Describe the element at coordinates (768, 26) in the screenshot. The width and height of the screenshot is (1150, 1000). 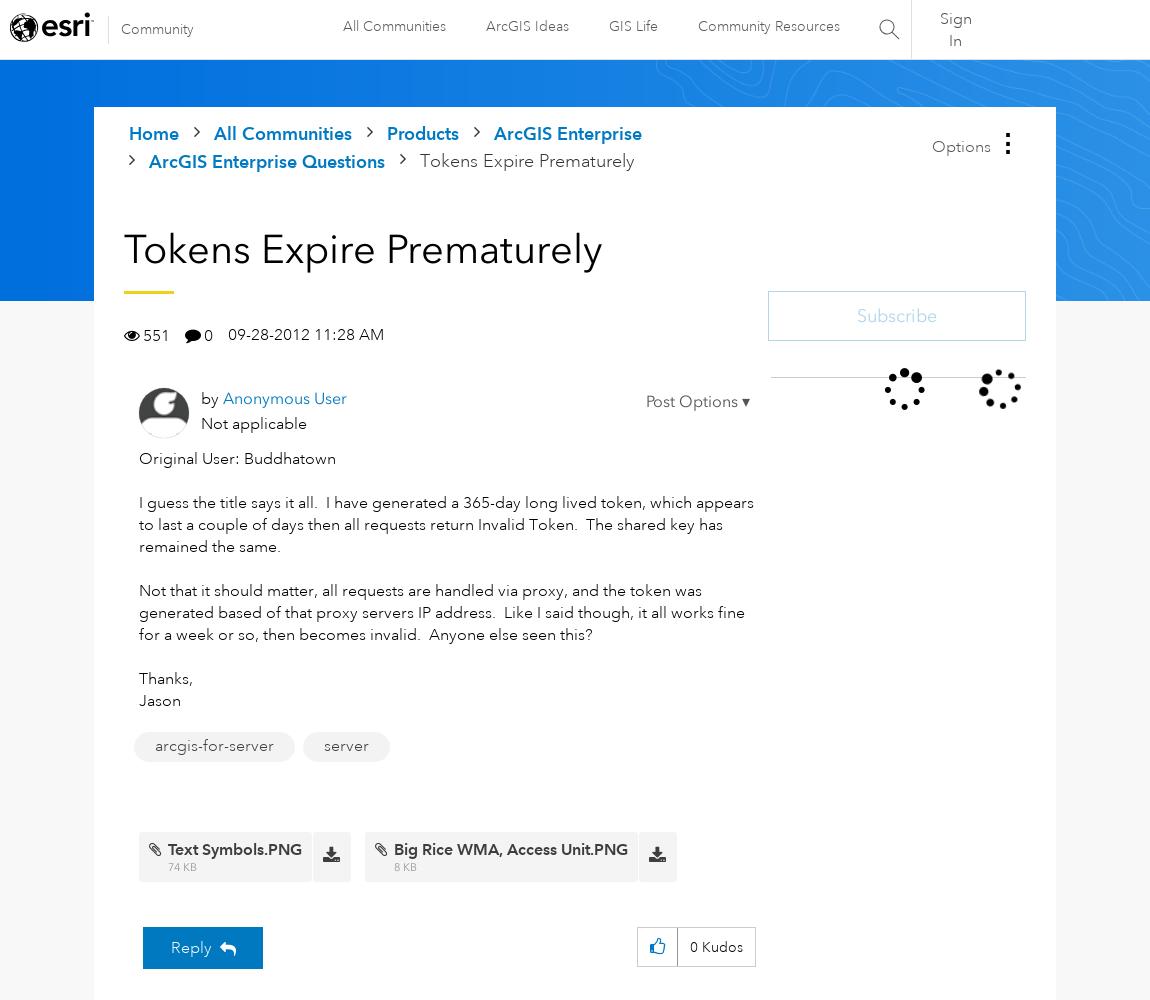
I see `'Community Resources'` at that location.